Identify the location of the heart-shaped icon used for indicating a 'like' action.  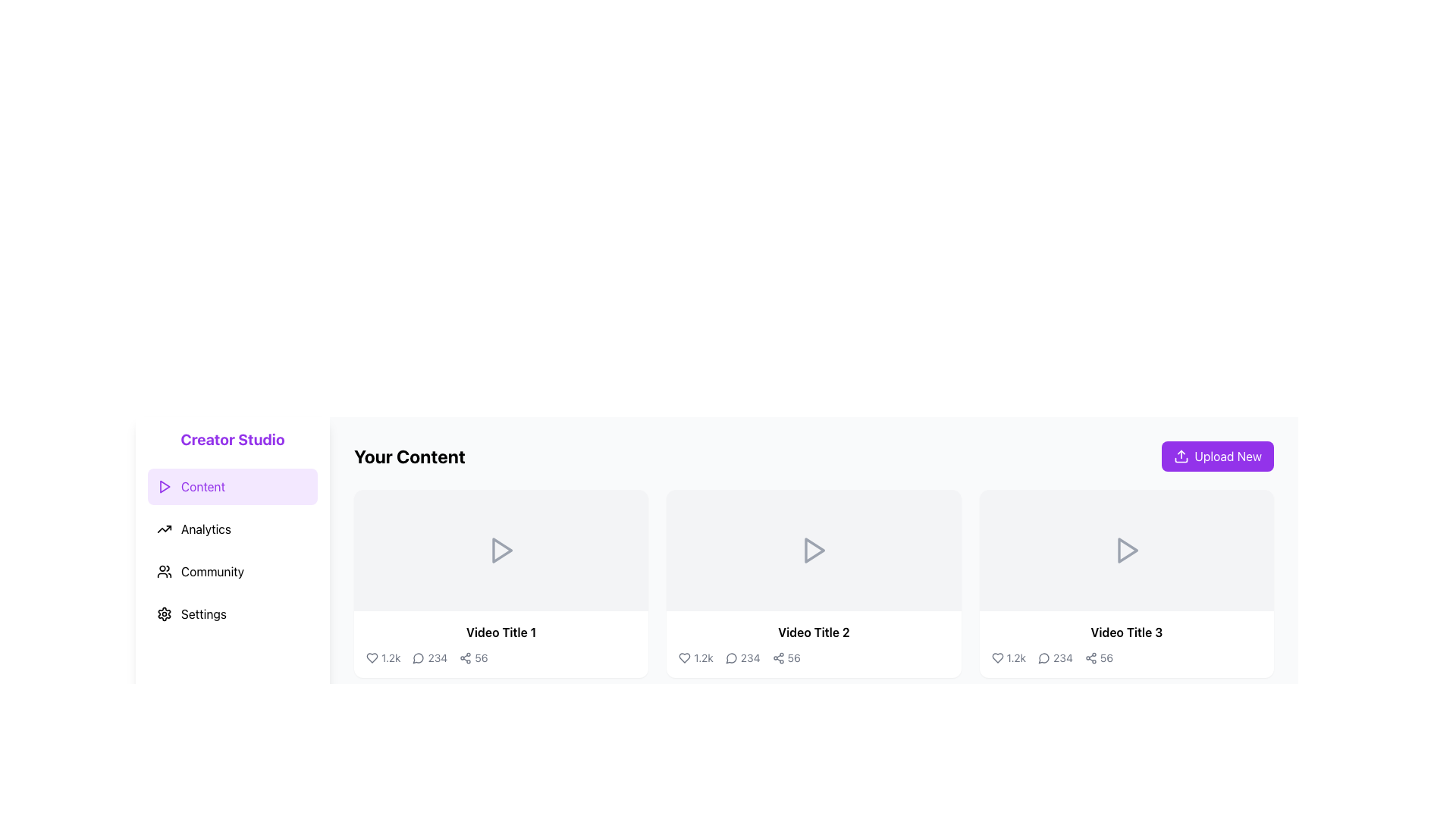
(684, 657).